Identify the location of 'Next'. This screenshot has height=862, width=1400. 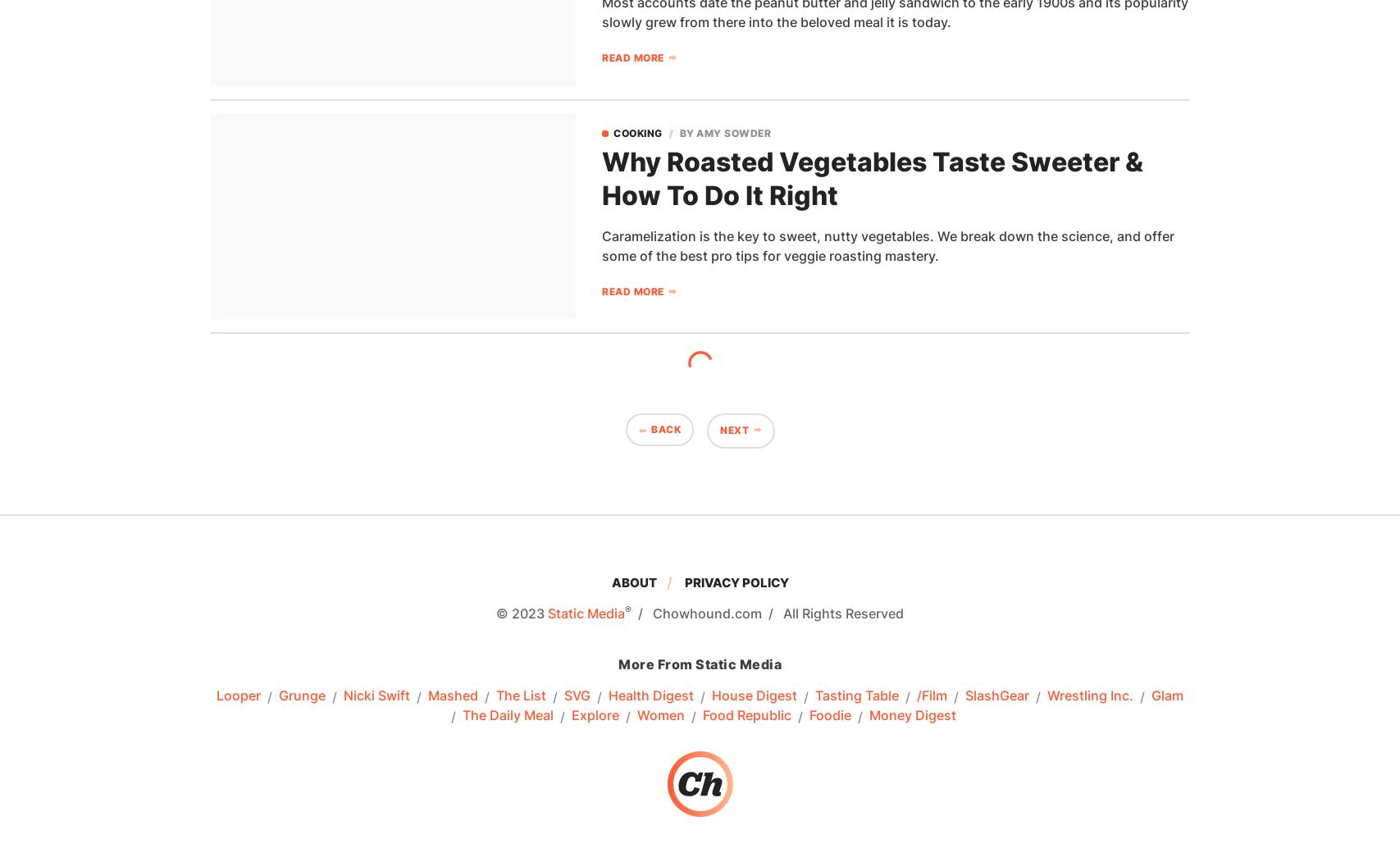
(733, 430).